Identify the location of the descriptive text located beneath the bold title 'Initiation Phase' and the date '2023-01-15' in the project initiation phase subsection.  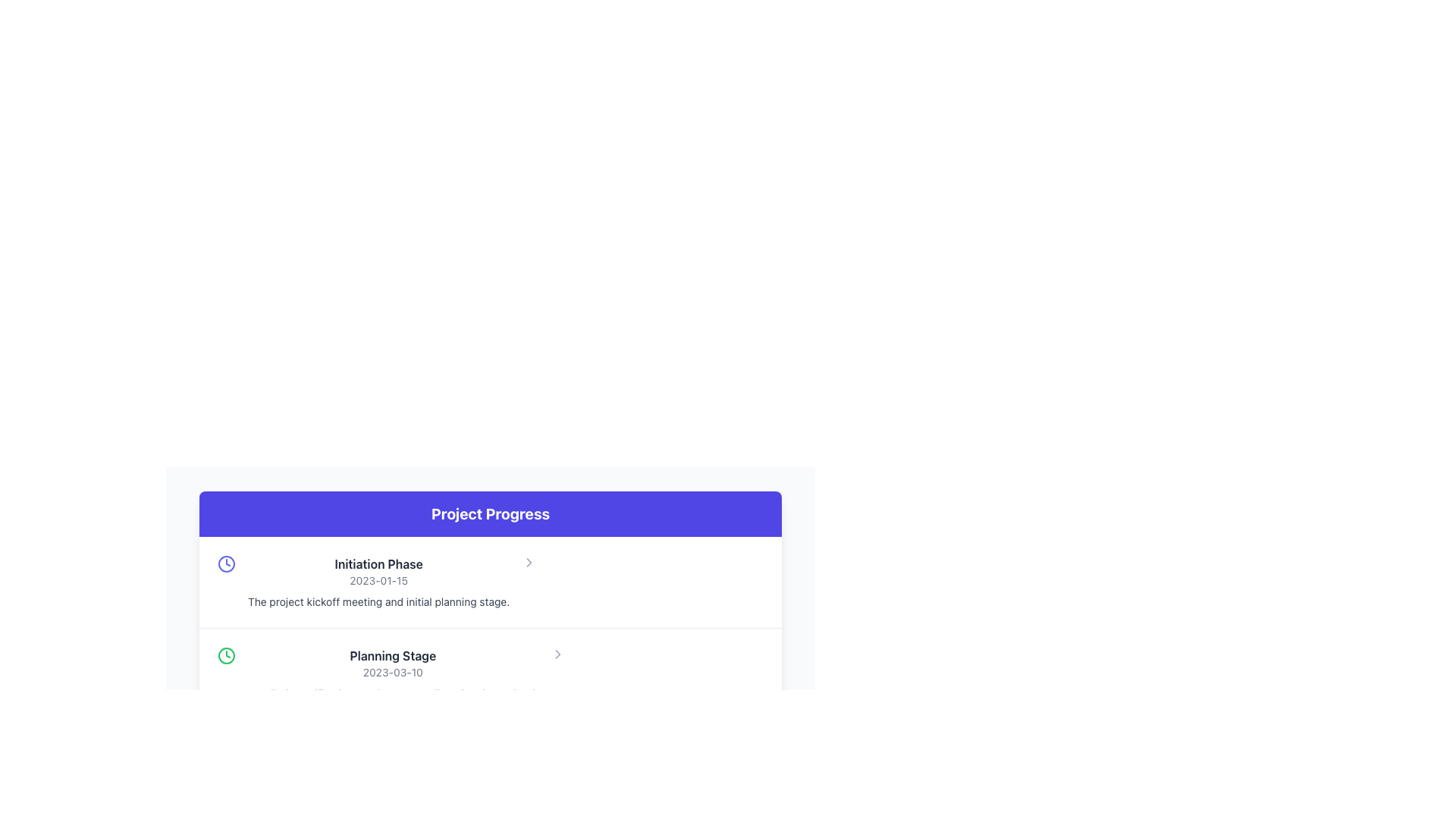
(378, 601).